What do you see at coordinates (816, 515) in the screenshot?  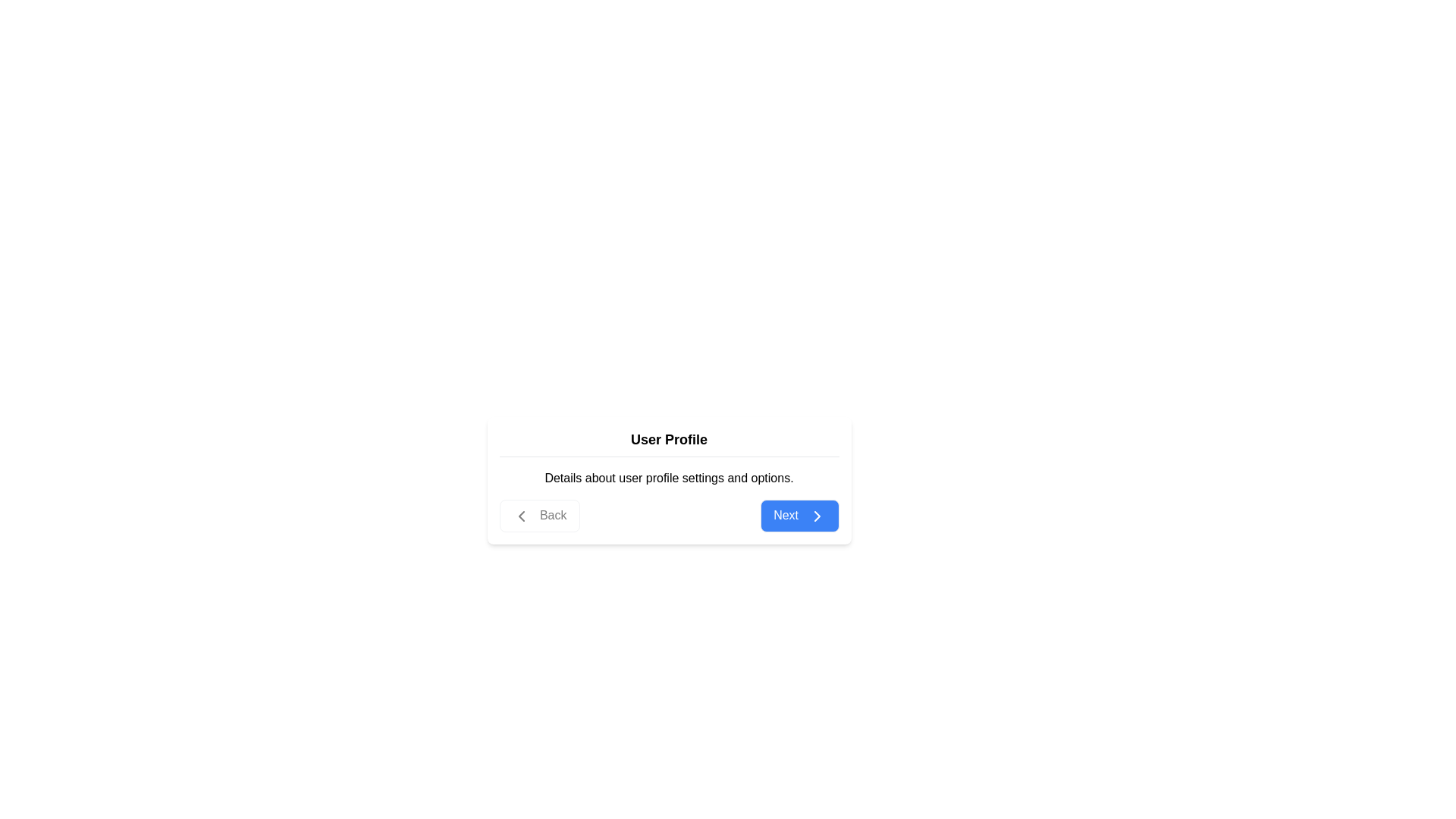 I see `the right-pointing arrow icon located inside the 'Next' button at the bottom right of the card` at bounding box center [816, 515].